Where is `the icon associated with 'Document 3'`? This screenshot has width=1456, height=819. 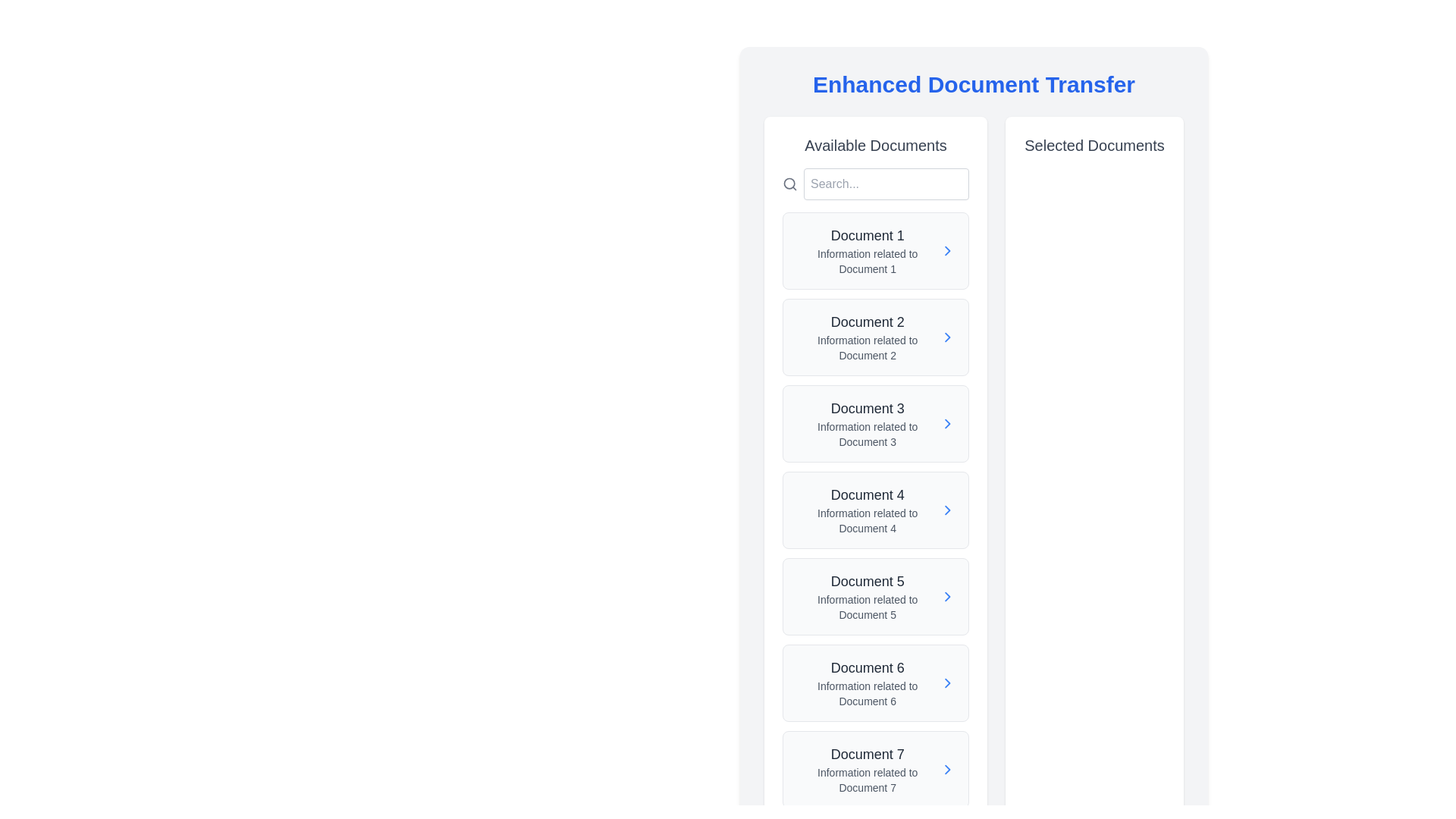
the icon associated with 'Document 3' is located at coordinates (946, 424).